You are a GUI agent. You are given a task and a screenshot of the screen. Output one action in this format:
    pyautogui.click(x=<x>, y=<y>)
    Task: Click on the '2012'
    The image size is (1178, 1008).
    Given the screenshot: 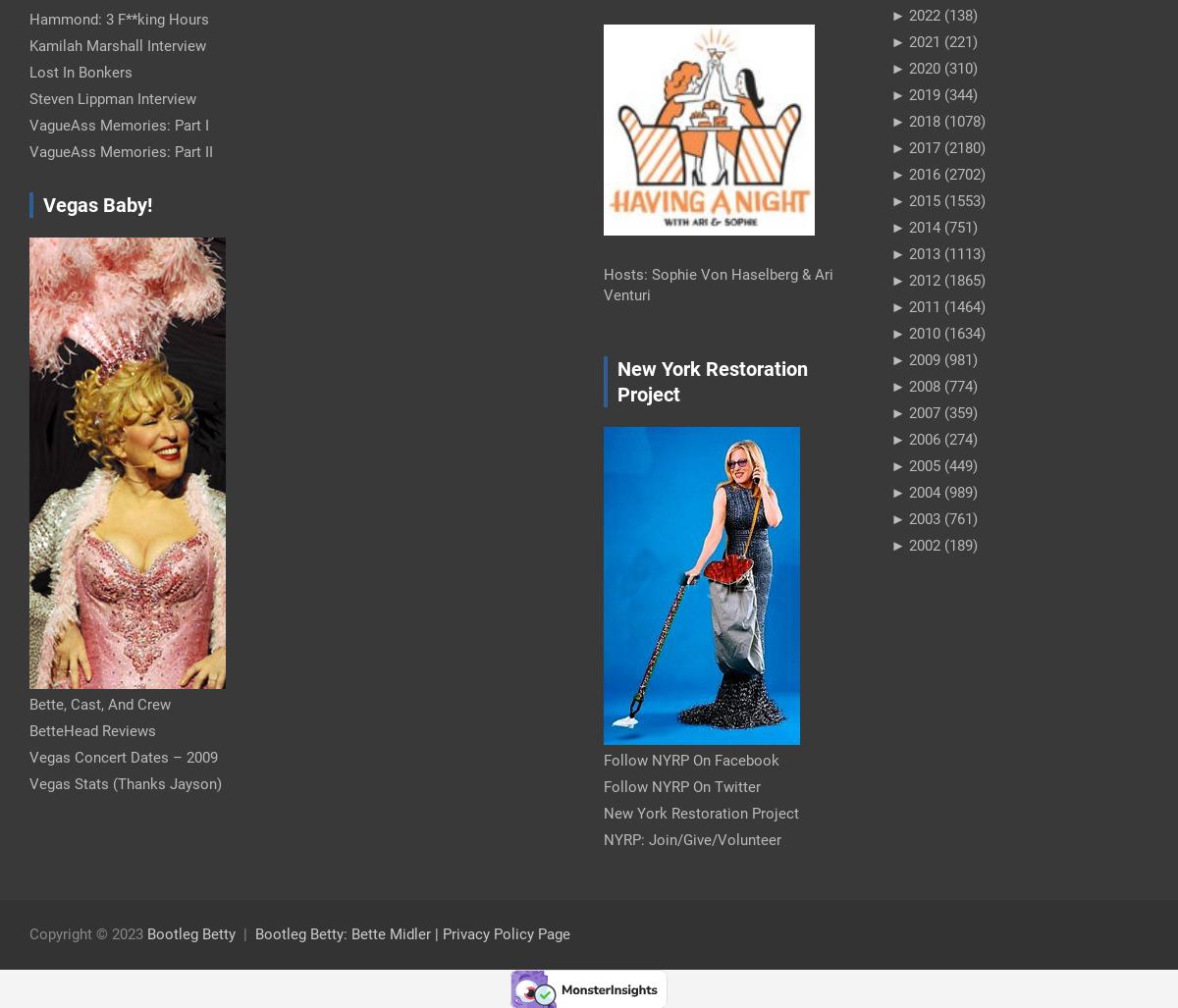 What is the action you would take?
    pyautogui.click(x=909, y=279)
    